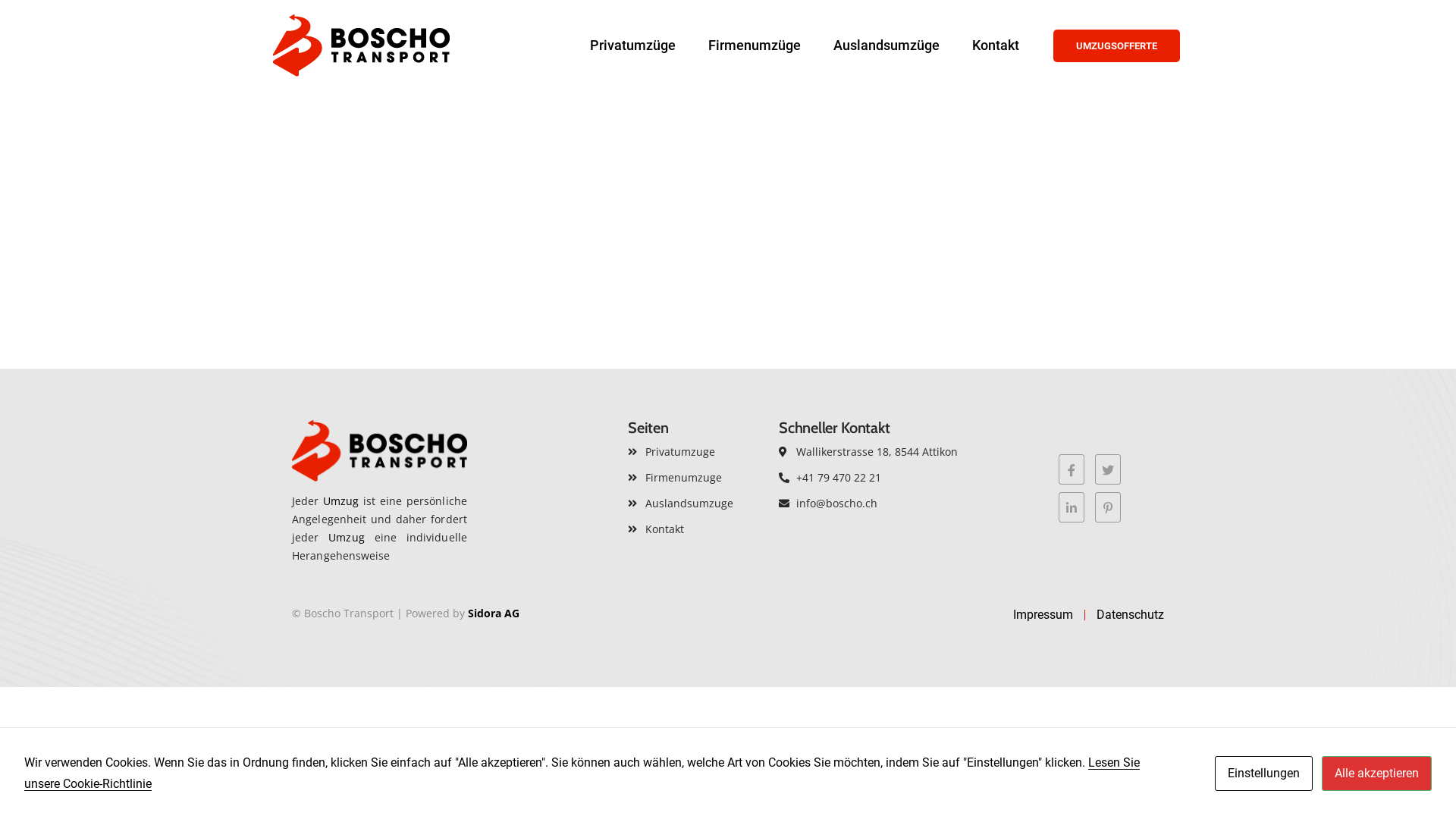 Image resolution: width=1456 pixels, height=819 pixels. Describe the element at coordinates (1376, 773) in the screenshot. I see `'Alle akzeptieren'` at that location.